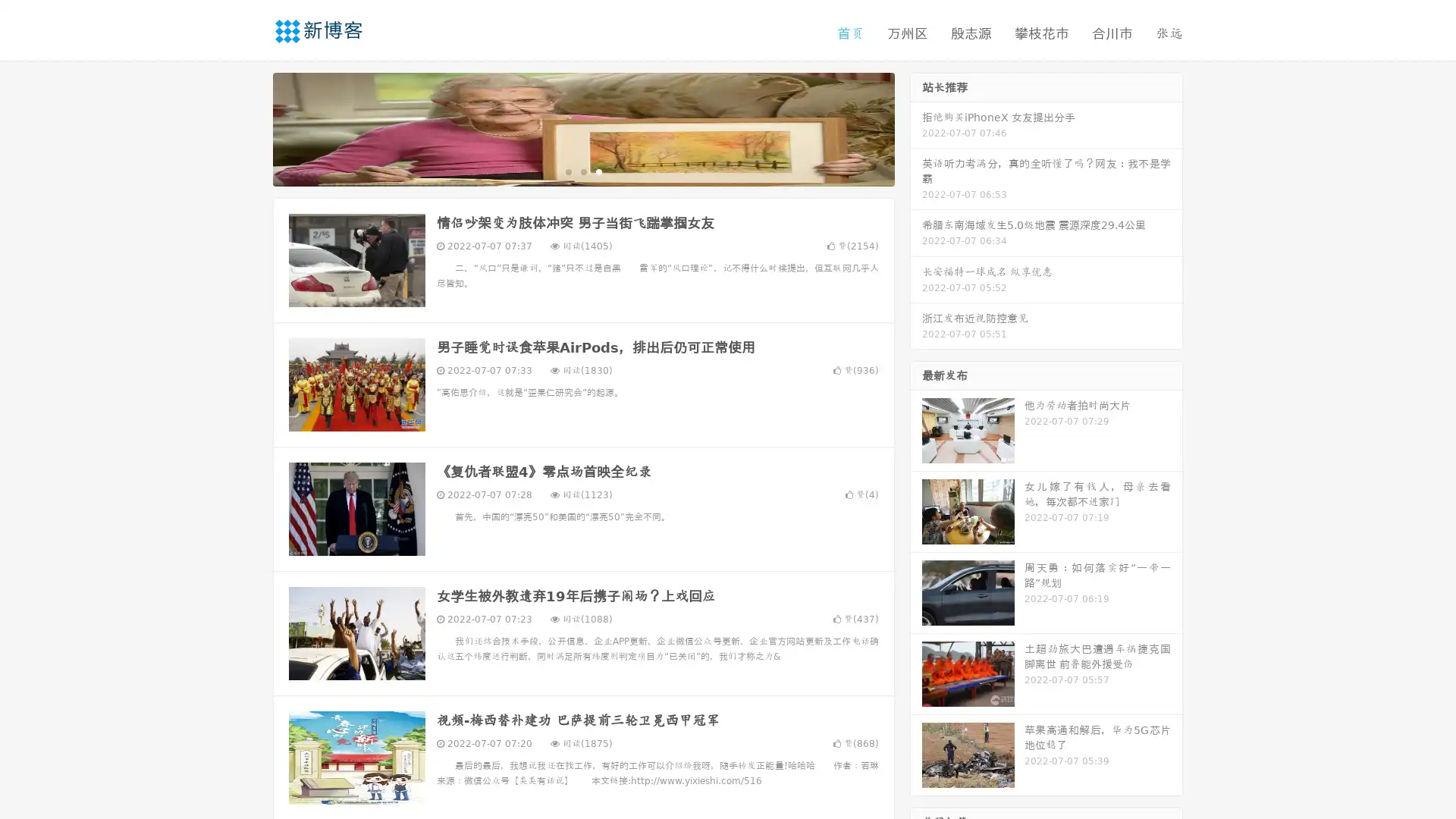 The image size is (1456, 819). I want to click on Go to slide 3, so click(598, 171).